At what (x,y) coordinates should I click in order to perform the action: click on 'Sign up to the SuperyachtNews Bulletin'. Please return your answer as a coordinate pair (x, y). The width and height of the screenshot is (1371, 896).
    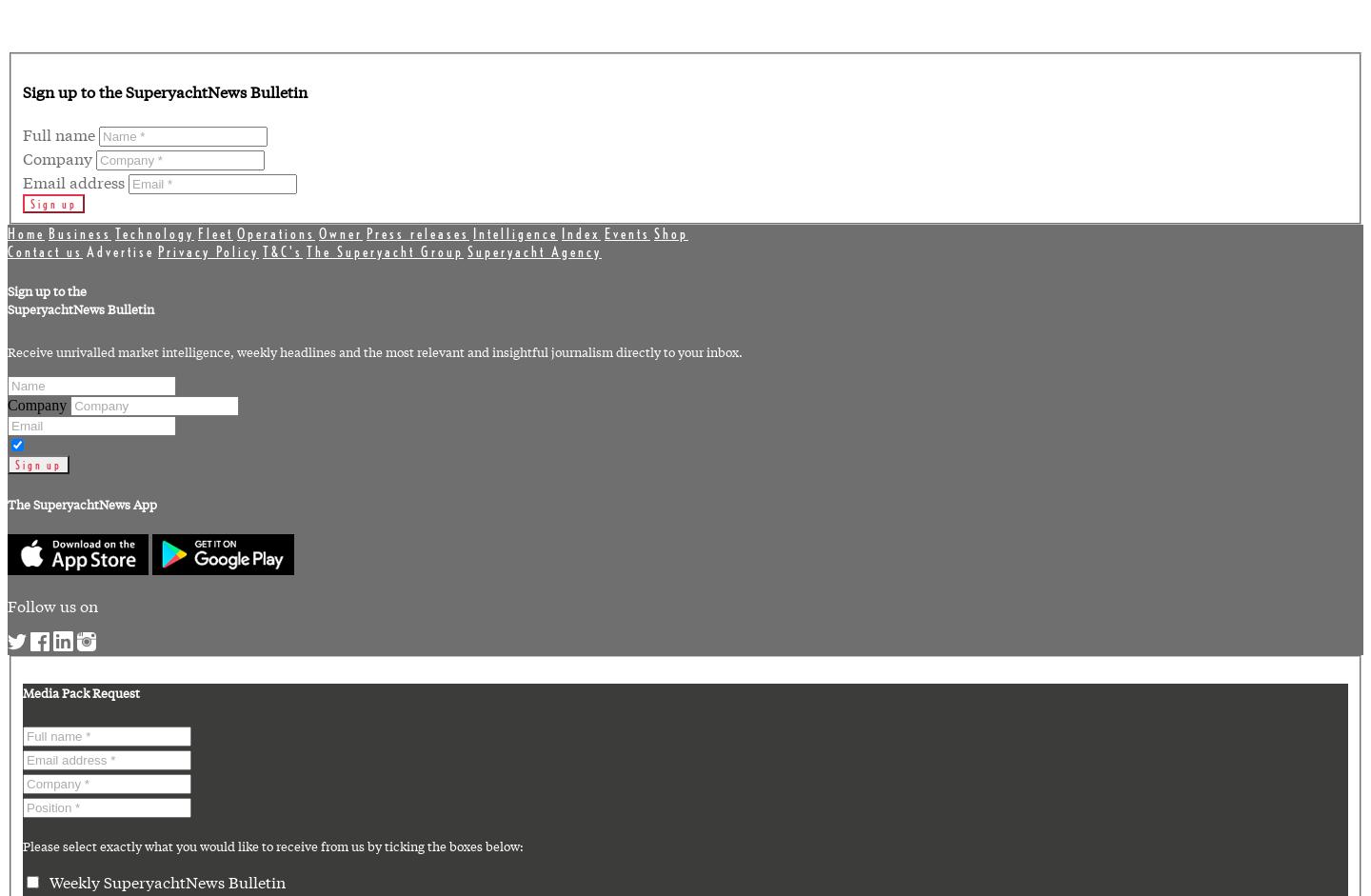
    Looking at the image, I should click on (164, 90).